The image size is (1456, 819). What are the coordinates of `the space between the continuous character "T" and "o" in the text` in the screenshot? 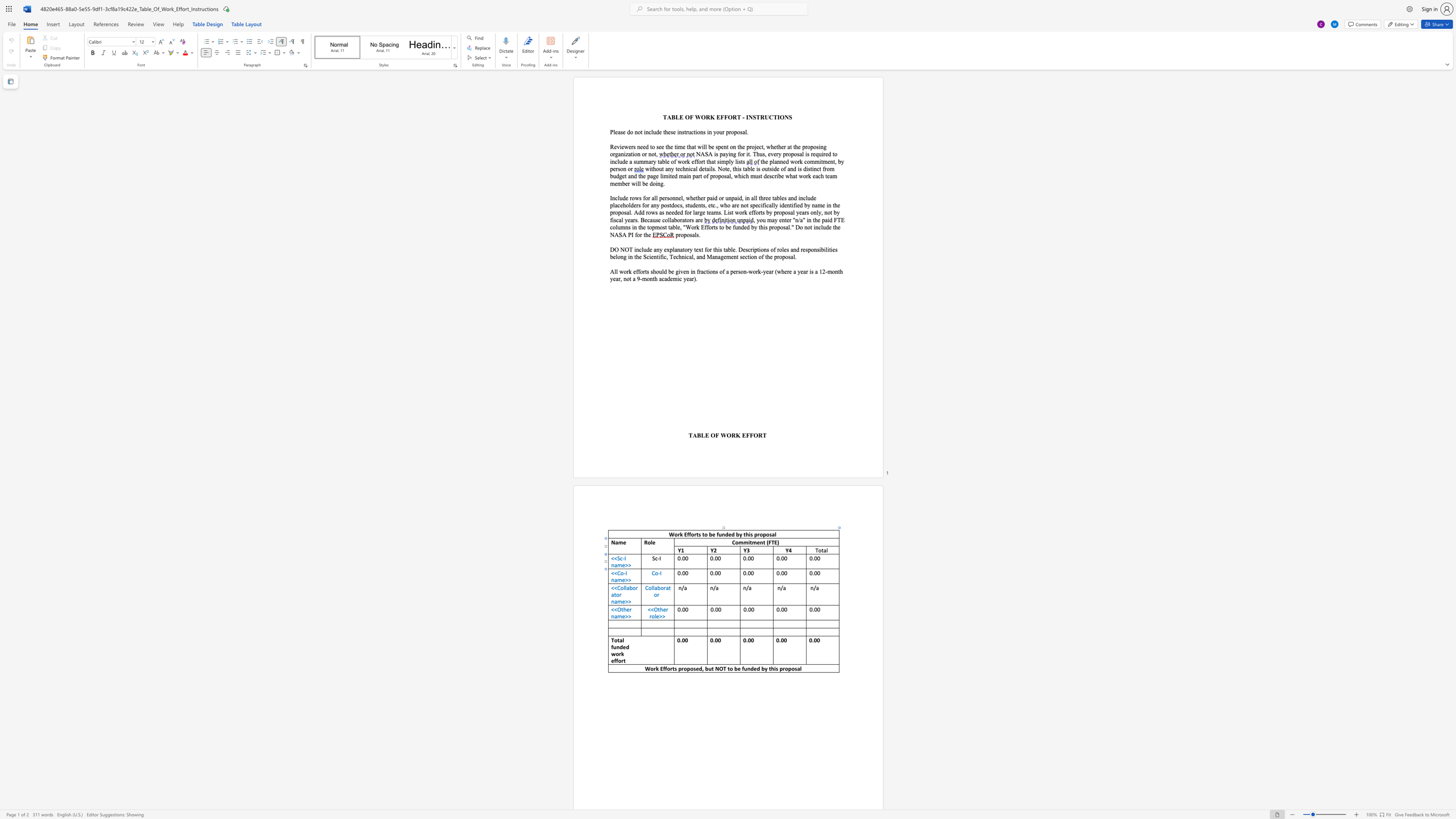 It's located at (614, 640).